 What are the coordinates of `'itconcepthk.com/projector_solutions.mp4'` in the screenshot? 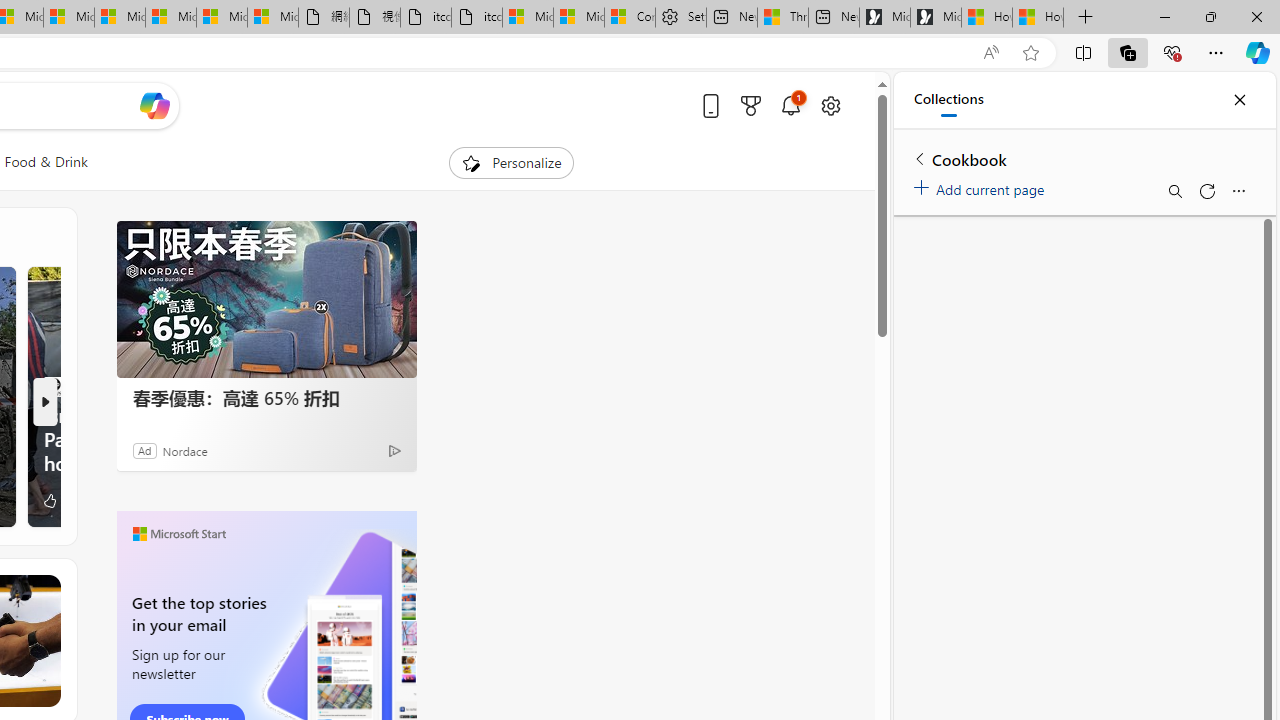 It's located at (475, 17).